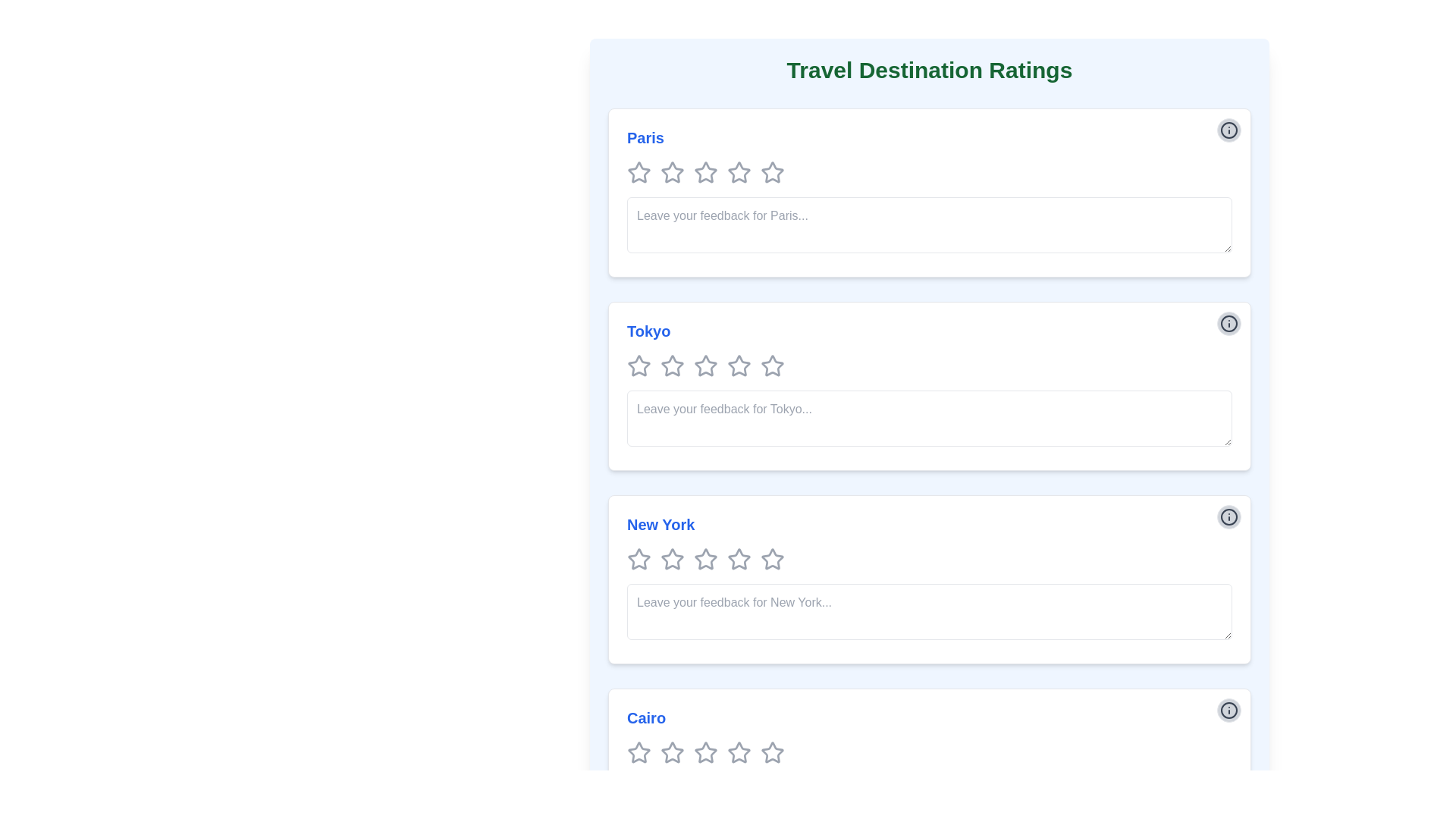 This screenshot has height=819, width=1456. Describe the element at coordinates (672, 559) in the screenshot. I see `the second star icon in the 5-star rating system under the 'New York' review section to set a 2-star rating` at that location.